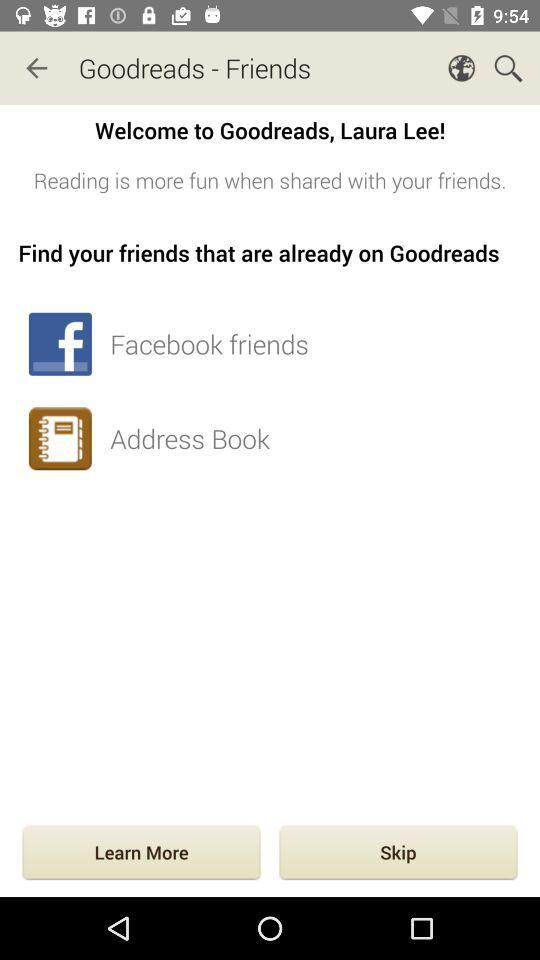  I want to click on the item next to the learn more icon, so click(398, 853).